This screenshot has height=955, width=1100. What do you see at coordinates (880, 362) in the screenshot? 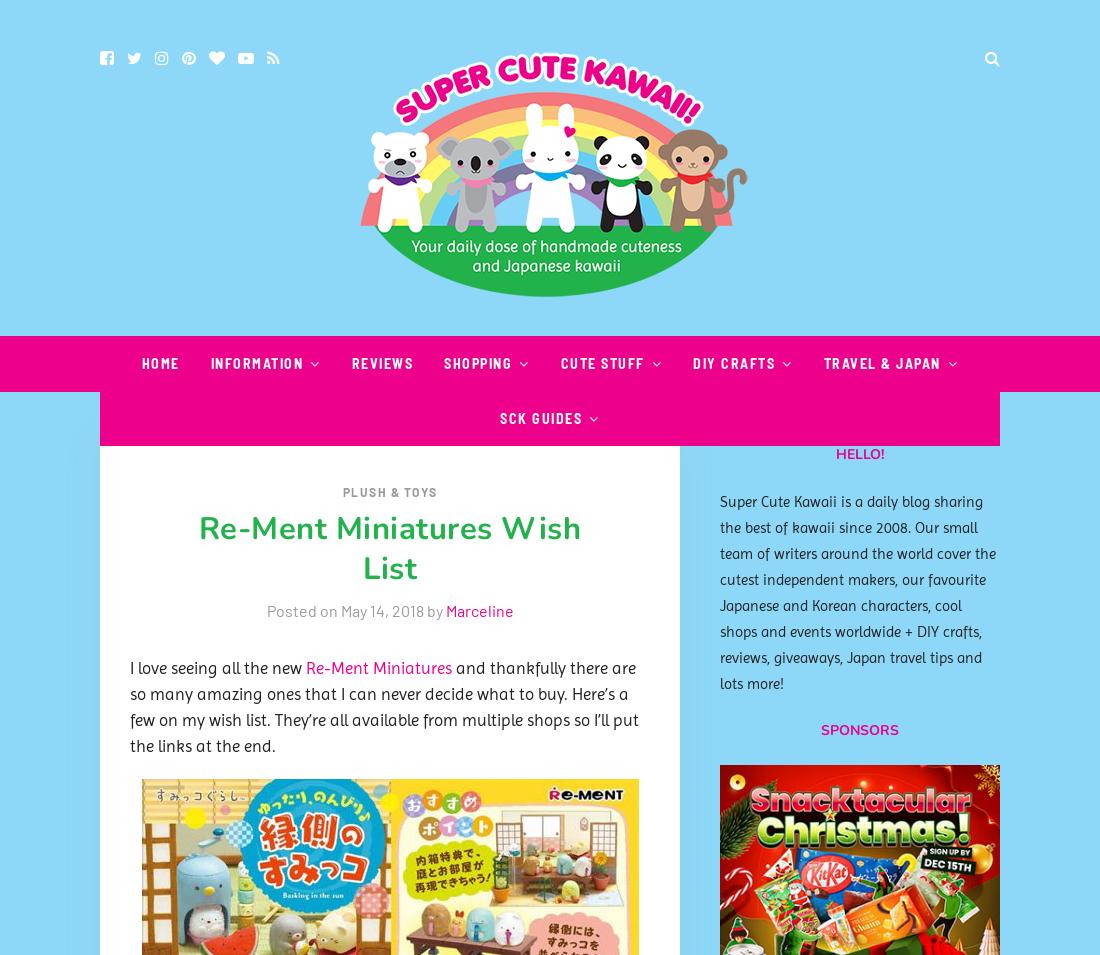
I see `'Travel & Japan'` at bounding box center [880, 362].